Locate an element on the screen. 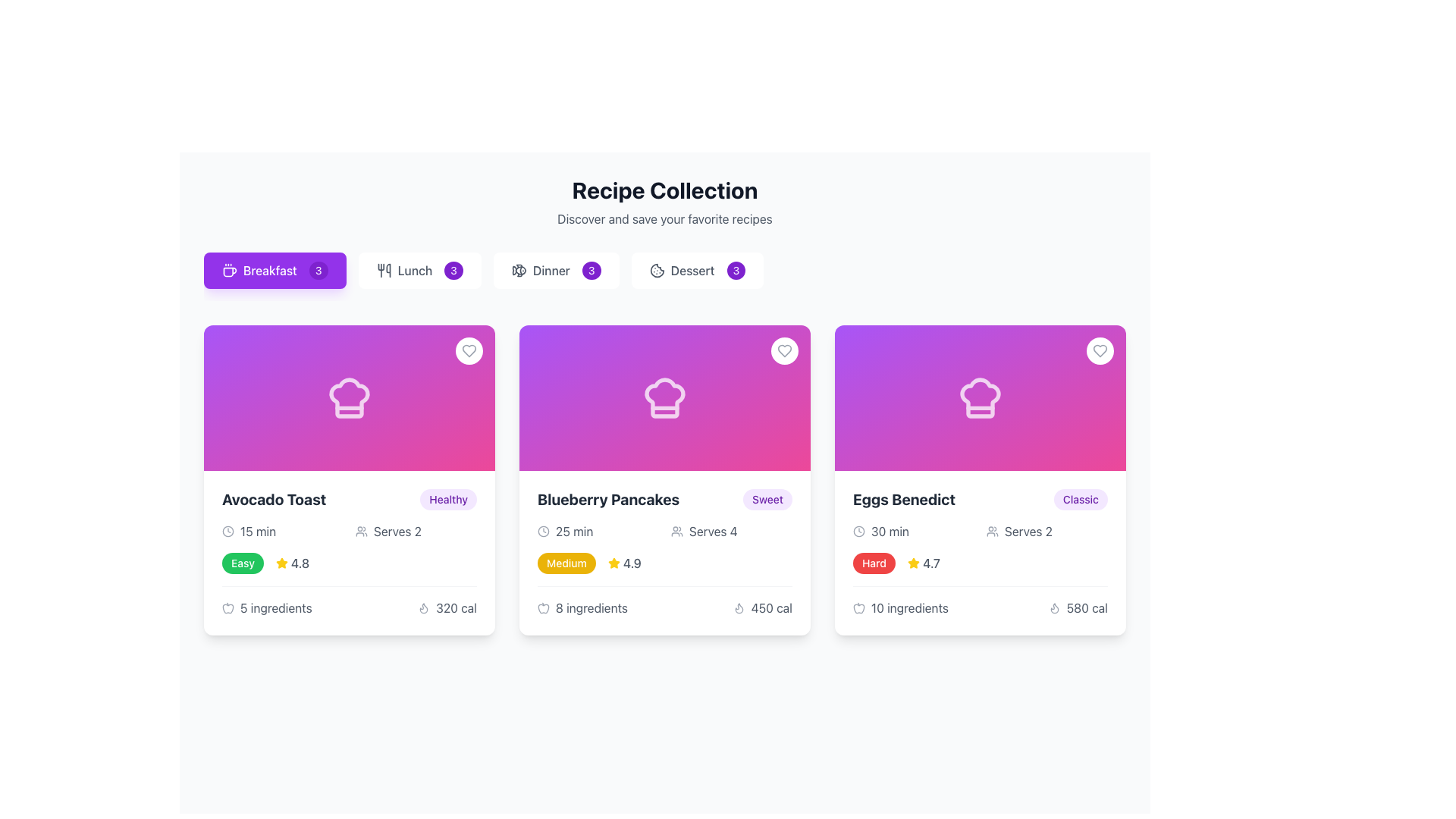  the lower half of the second information card in a horizontally aligned list of three cards is located at coordinates (665, 553).